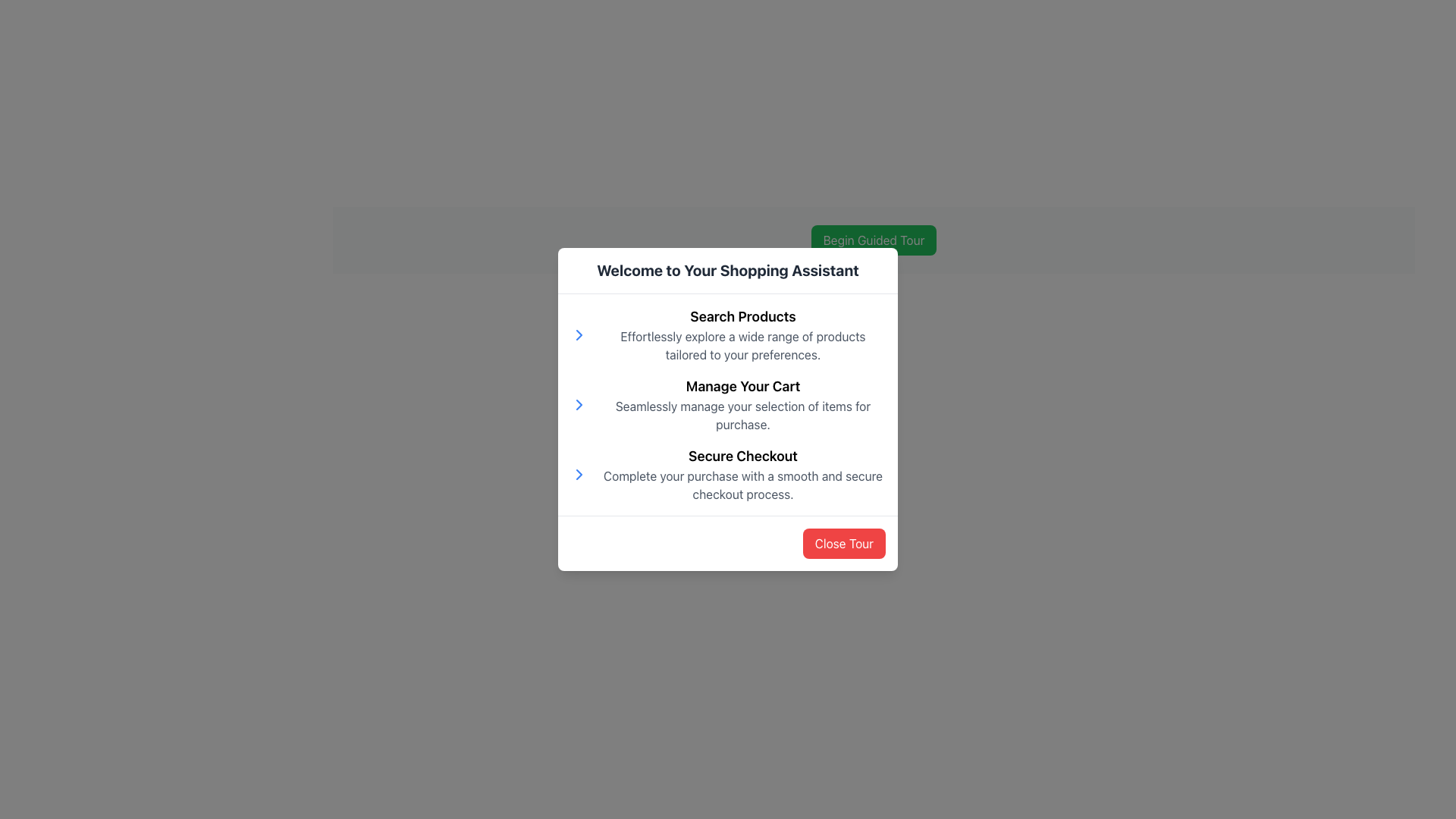  What do you see at coordinates (742, 485) in the screenshot?
I see `text label that states 'Complete your purchase with a smooth and secure checkout process.' positioned under the 'Secure Checkout' heading` at bounding box center [742, 485].